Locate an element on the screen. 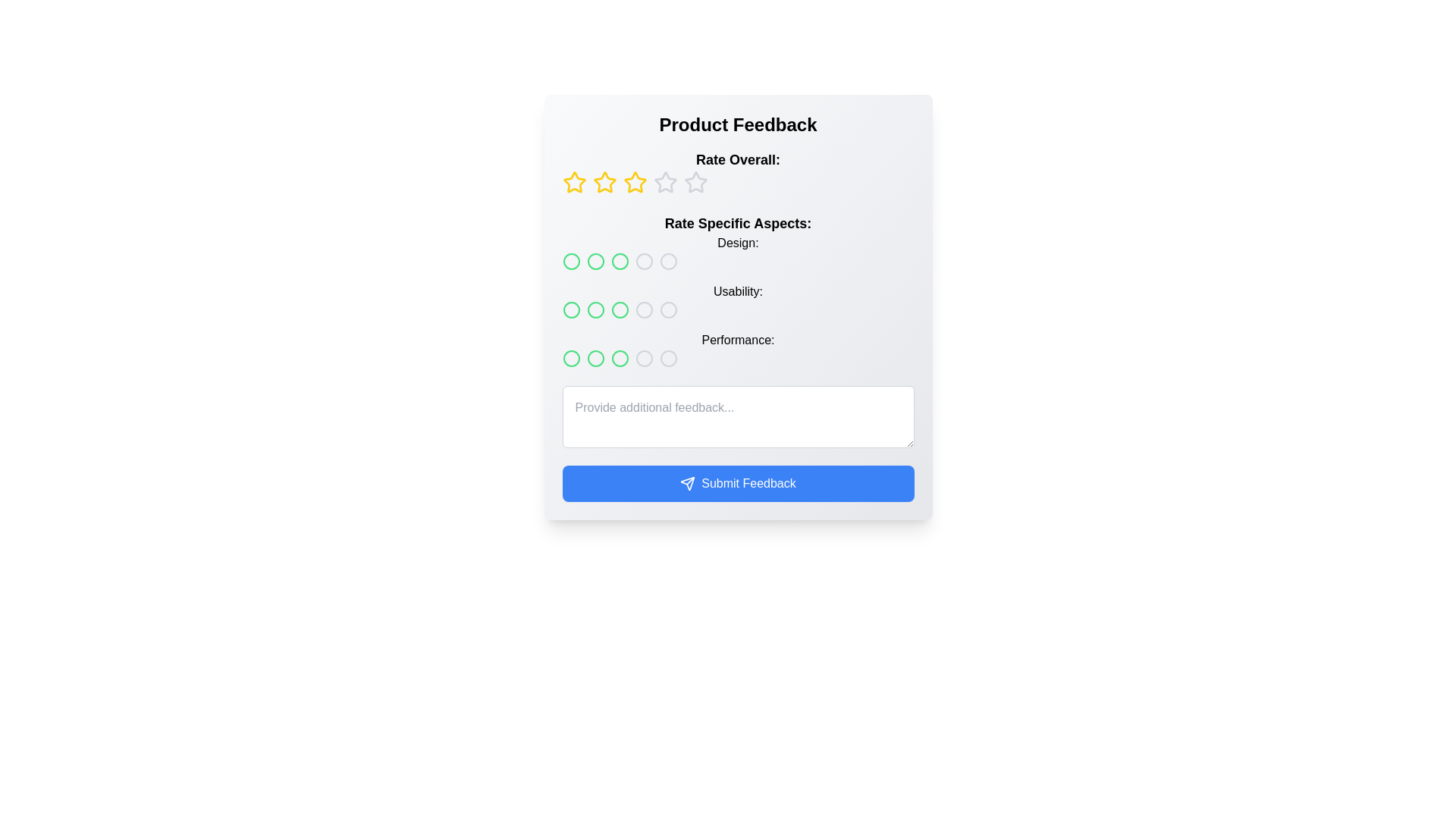 This screenshot has height=819, width=1456. the second star icon from the left in the 'Rate Overall' section of the feedback form is located at coordinates (604, 181).